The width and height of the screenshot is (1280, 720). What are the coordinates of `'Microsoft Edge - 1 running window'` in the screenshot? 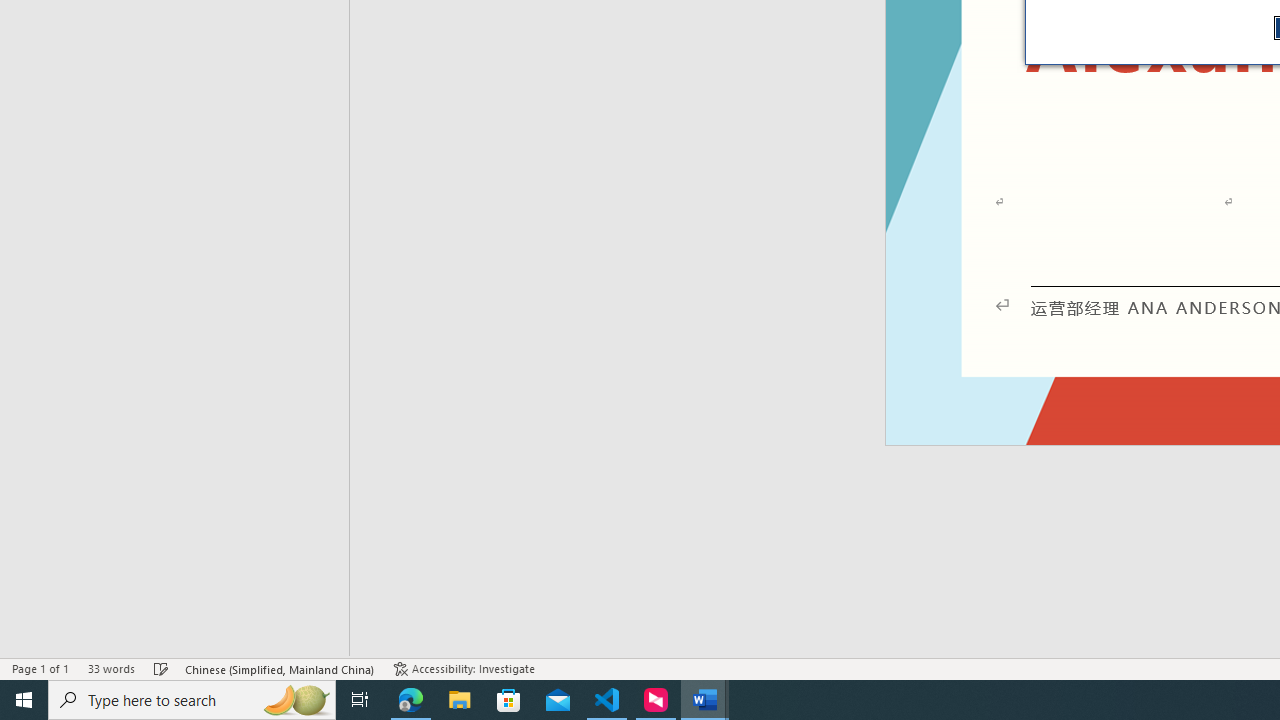 It's located at (410, 698).